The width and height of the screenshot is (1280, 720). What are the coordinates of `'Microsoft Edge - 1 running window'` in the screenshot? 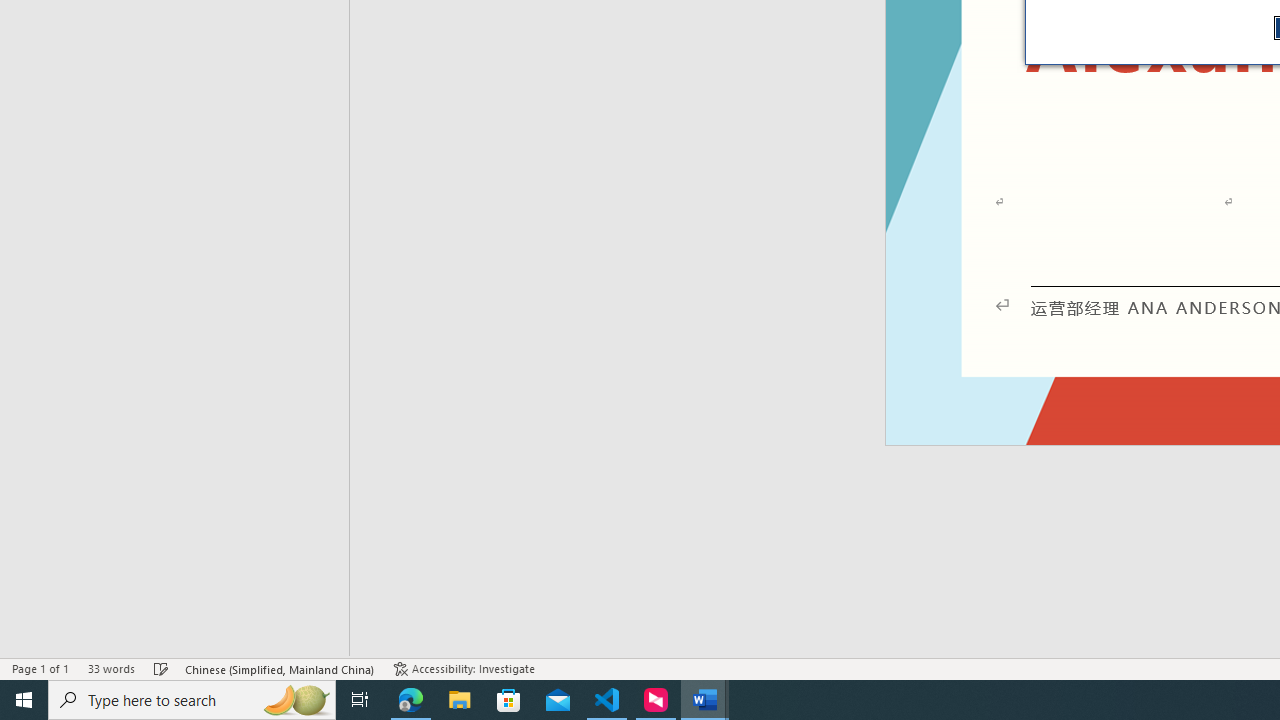 It's located at (410, 698).